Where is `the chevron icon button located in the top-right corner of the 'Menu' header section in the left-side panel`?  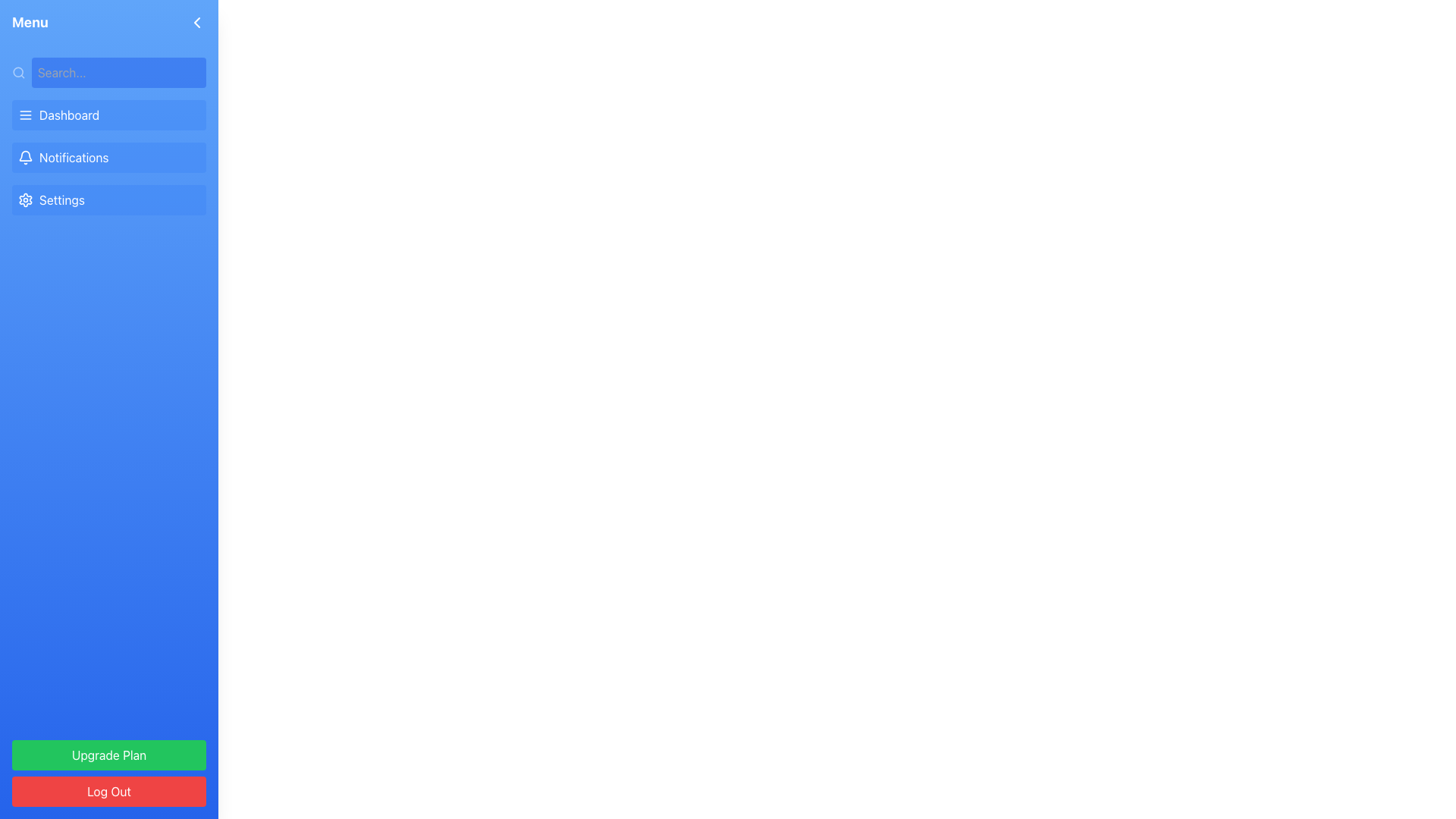 the chevron icon button located in the top-right corner of the 'Menu' header section in the left-side panel is located at coordinates (196, 23).